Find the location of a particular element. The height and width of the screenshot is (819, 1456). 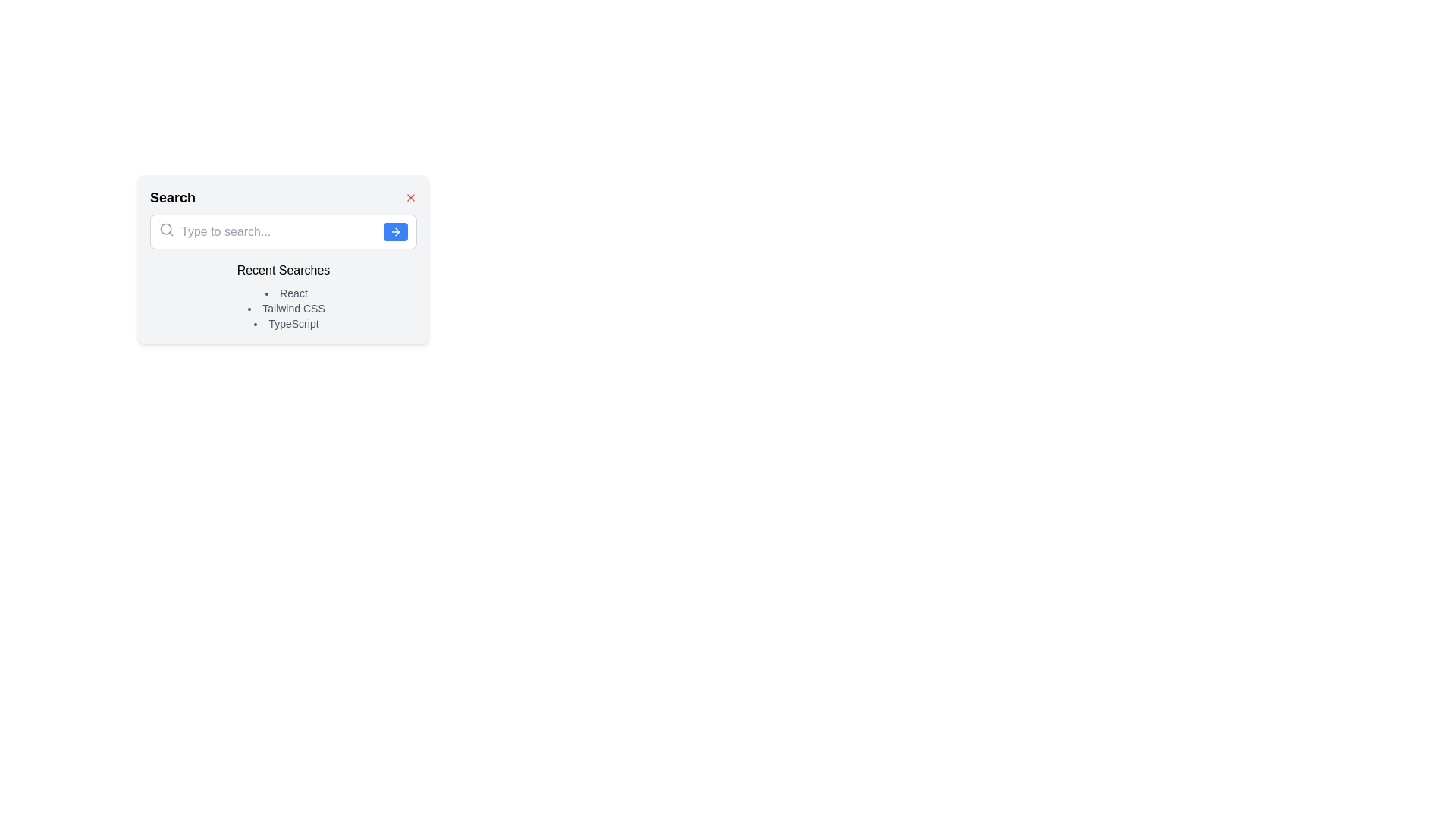

the Iconographic Circle, which is part of the magnifying glass icon used for search, positioned towards its center is located at coordinates (166, 229).